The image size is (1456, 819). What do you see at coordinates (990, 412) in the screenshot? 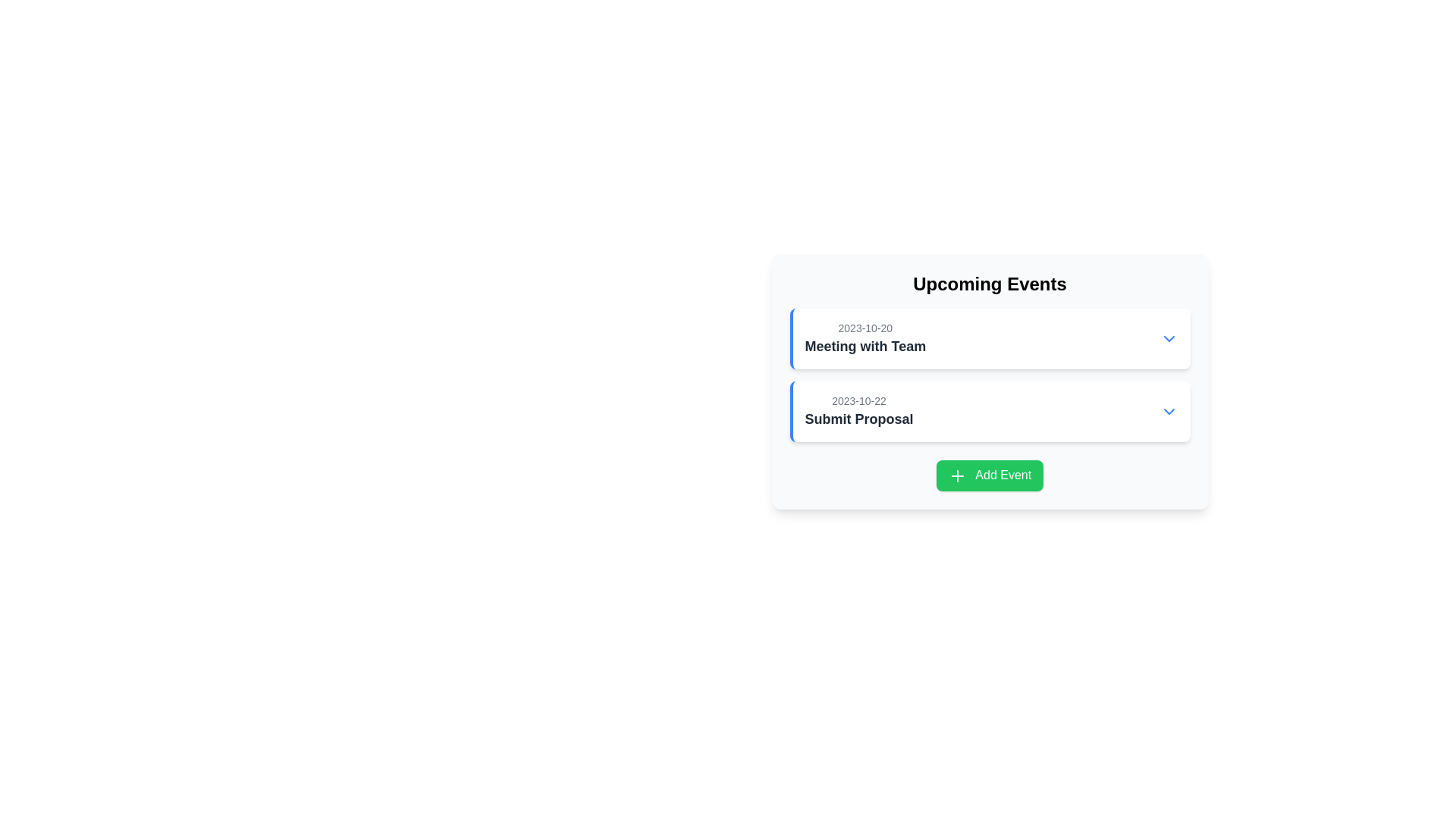
I see `the event card titled 'Submit Proposal' which is located below the 'Meeting with Team' card in the 'Upcoming Events' section` at bounding box center [990, 412].